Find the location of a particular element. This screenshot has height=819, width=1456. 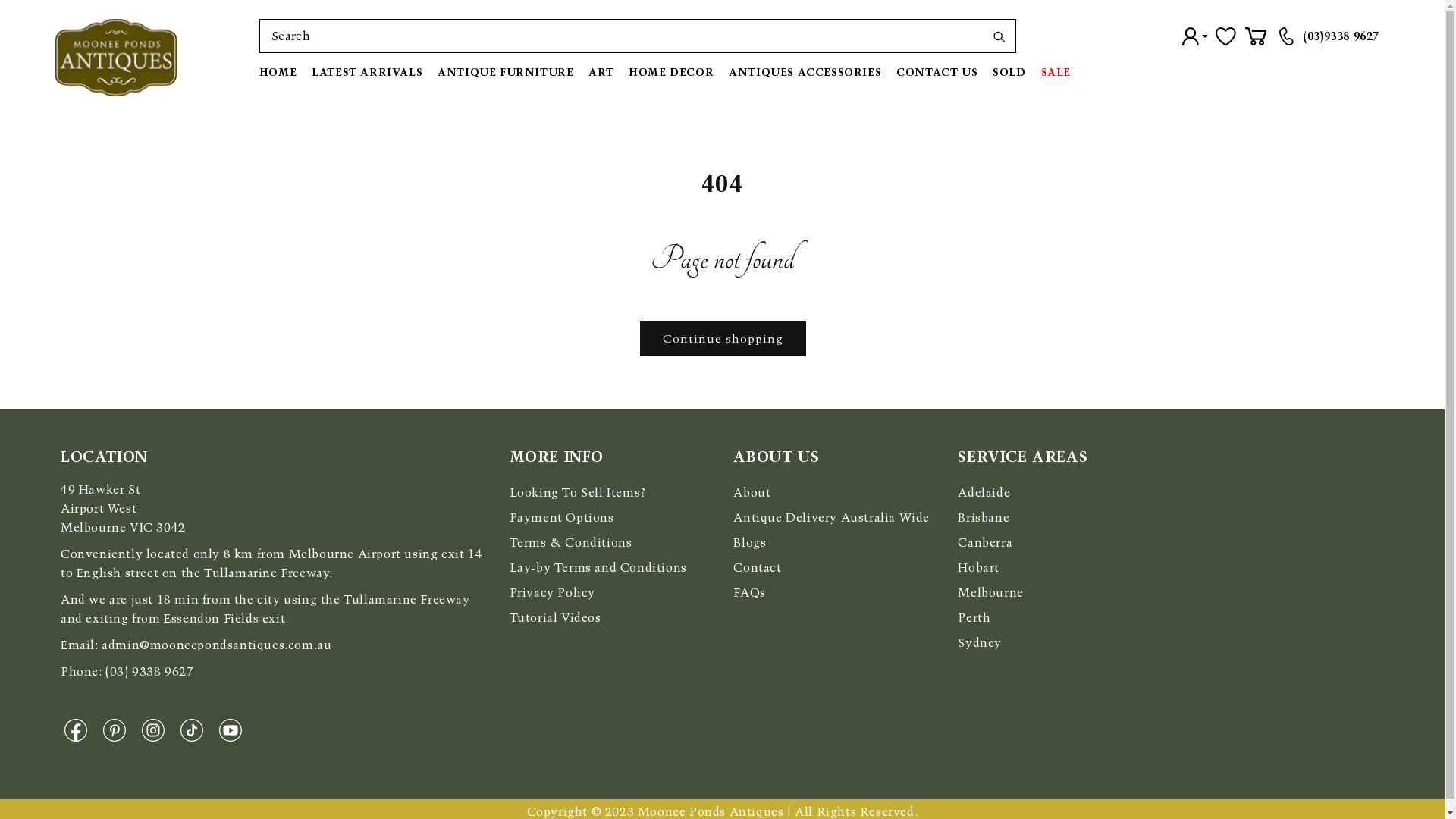

'Antique Delivery Australia Wide' is located at coordinates (733, 516).